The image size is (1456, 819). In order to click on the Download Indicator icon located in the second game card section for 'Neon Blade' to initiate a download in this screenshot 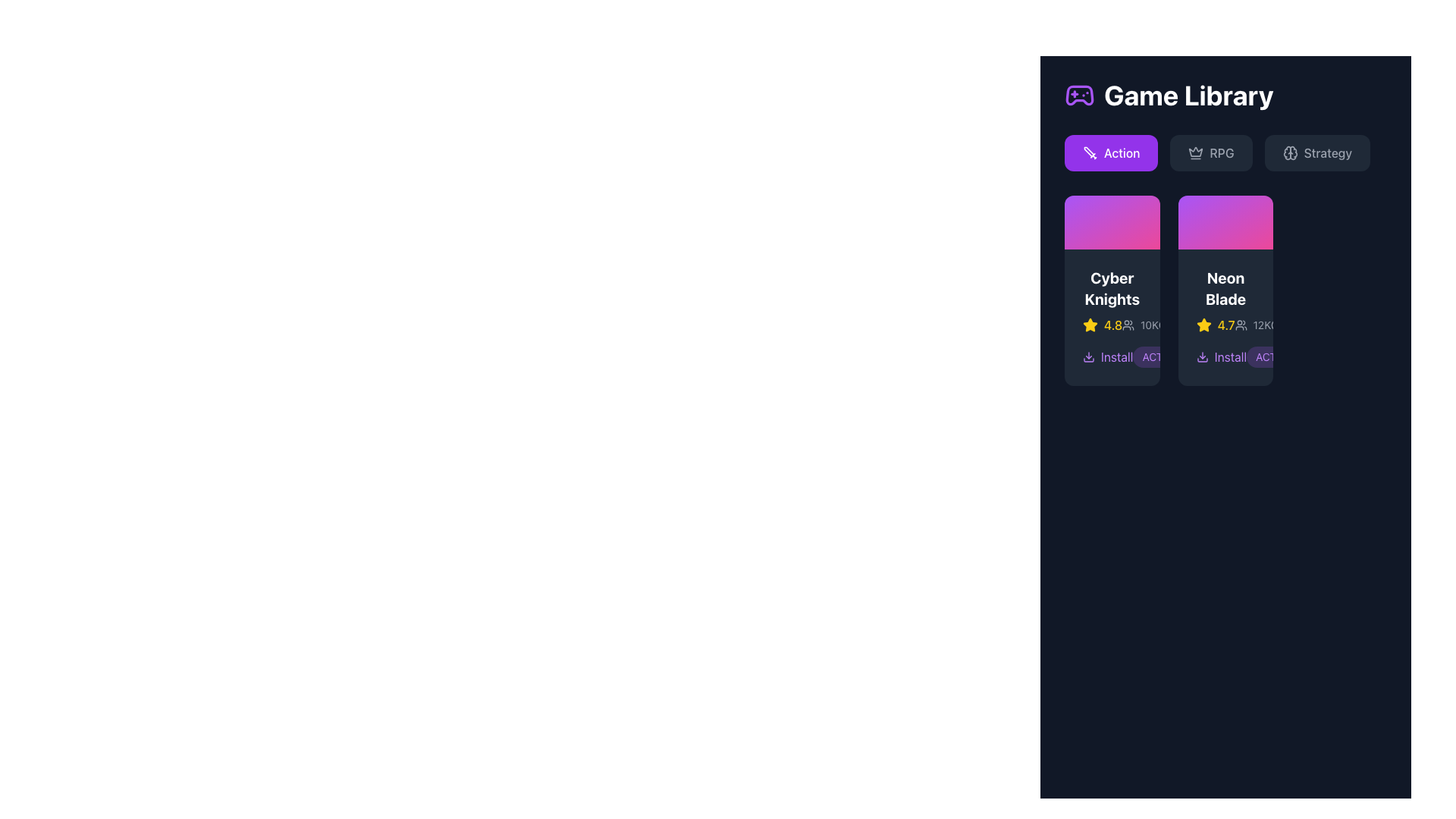, I will do `click(1201, 356)`.